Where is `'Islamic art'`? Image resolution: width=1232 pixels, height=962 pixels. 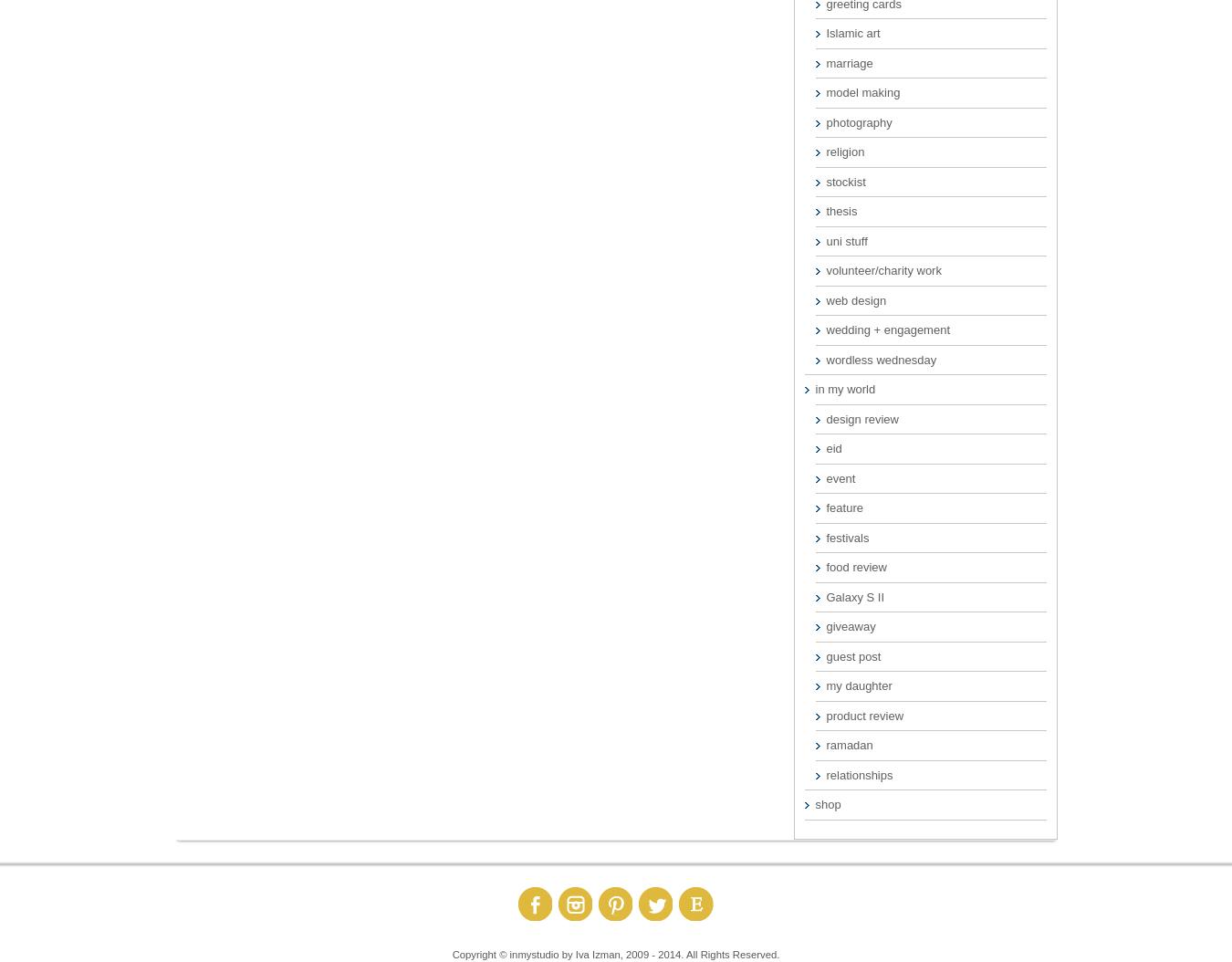 'Islamic art' is located at coordinates (851, 33).